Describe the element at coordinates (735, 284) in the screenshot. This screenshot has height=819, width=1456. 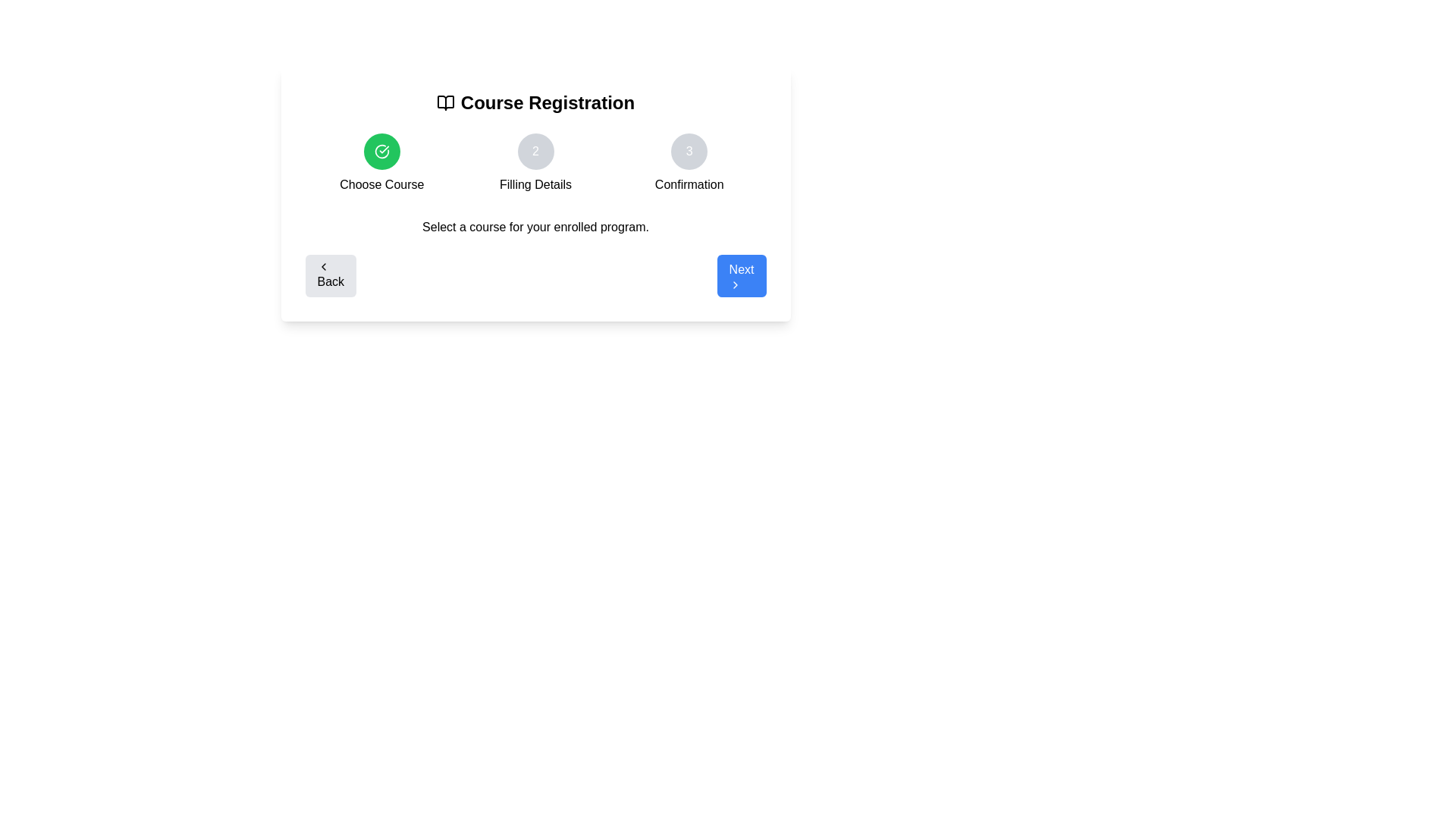
I see `the button labeled 'Next' which contains a rightward chevron icon with a blue background to progress` at that location.